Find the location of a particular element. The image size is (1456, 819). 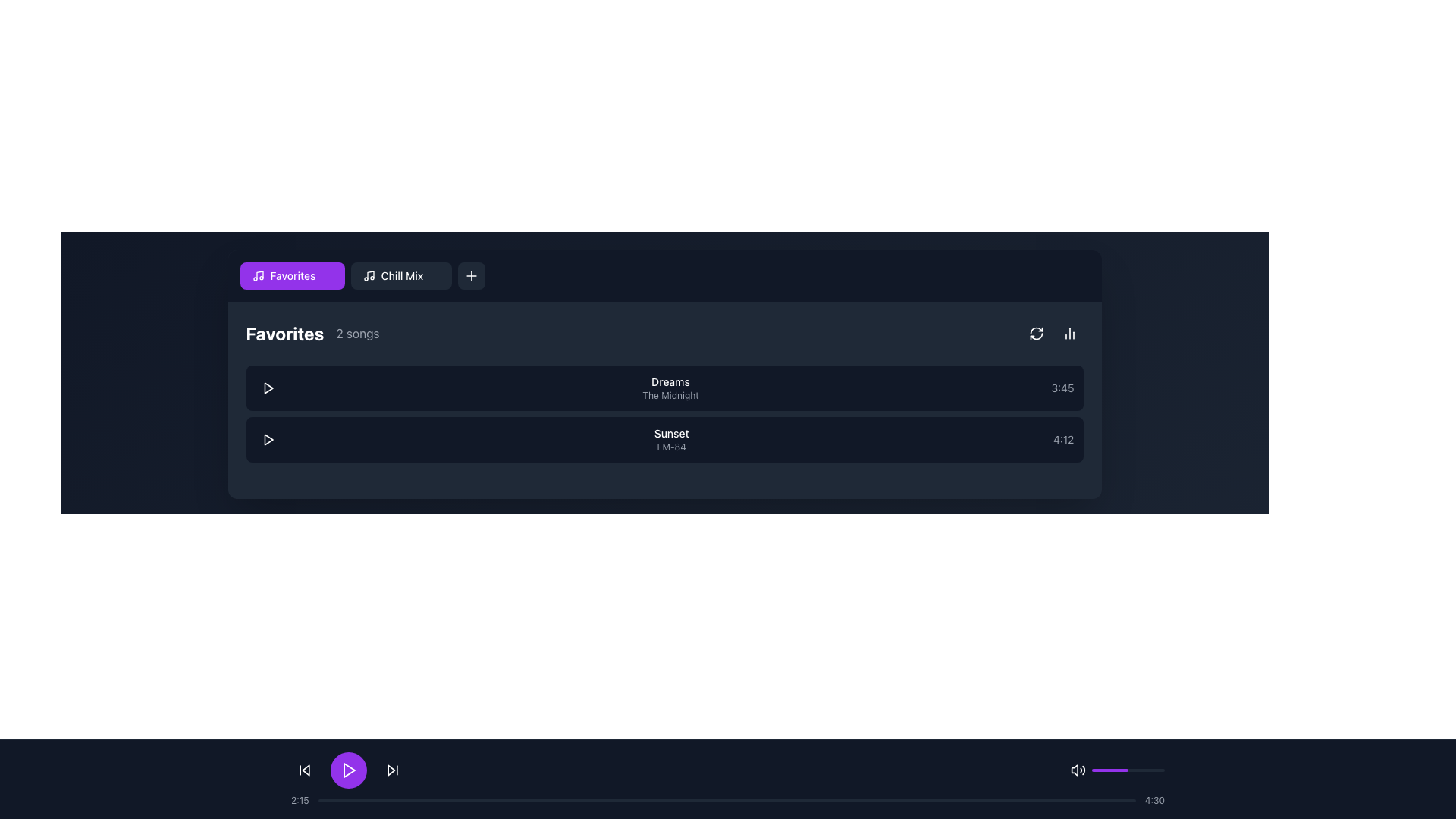

the static text label that displays the count of songs in the 'Favorites' playlist, located to the right of the 'Favorites' label within the upper section of the song card is located at coordinates (356, 332).